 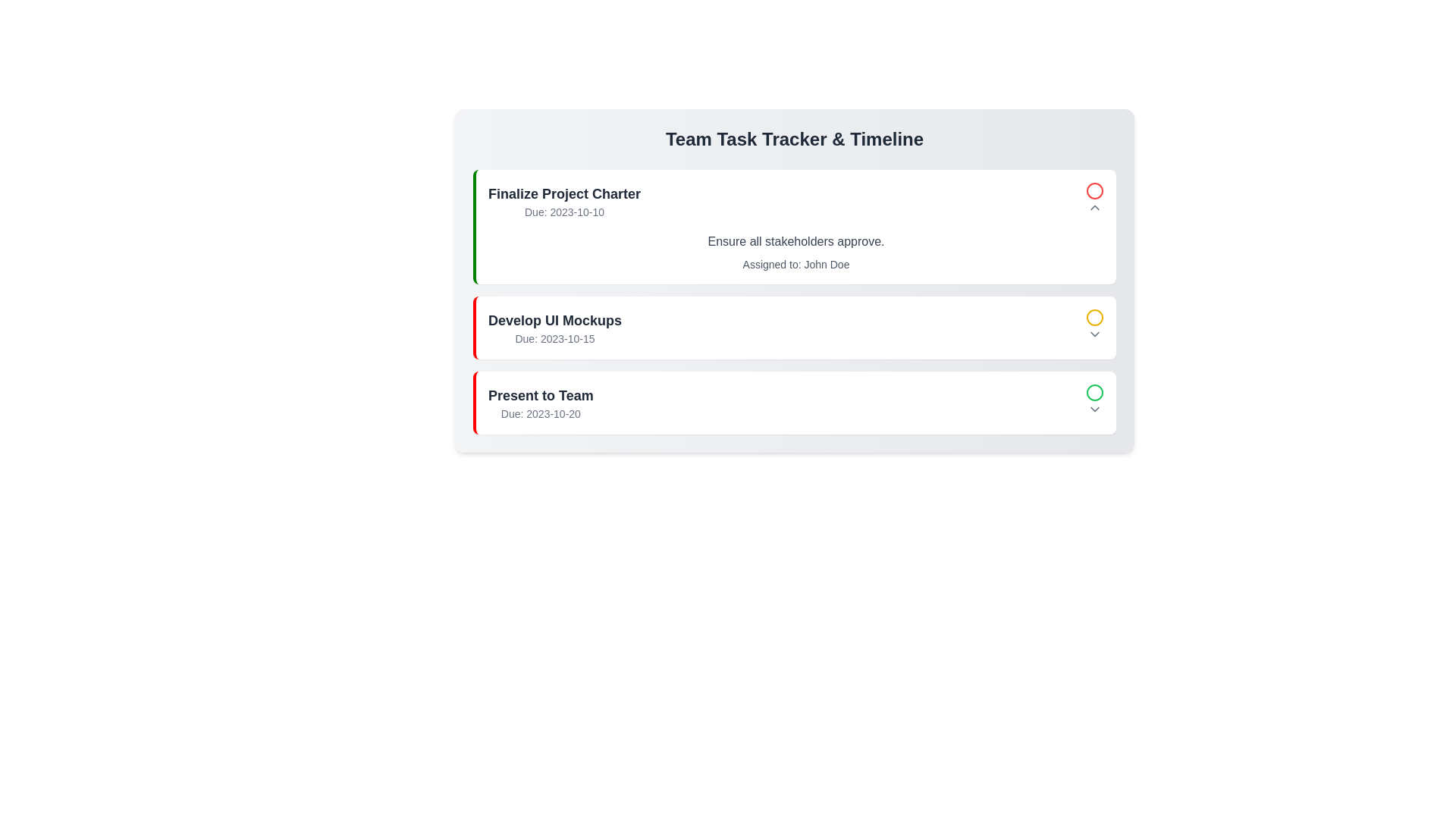 I want to click on the downward-pointing chevron icon button located in the bottom right section of the third task item, so click(x=1095, y=409).